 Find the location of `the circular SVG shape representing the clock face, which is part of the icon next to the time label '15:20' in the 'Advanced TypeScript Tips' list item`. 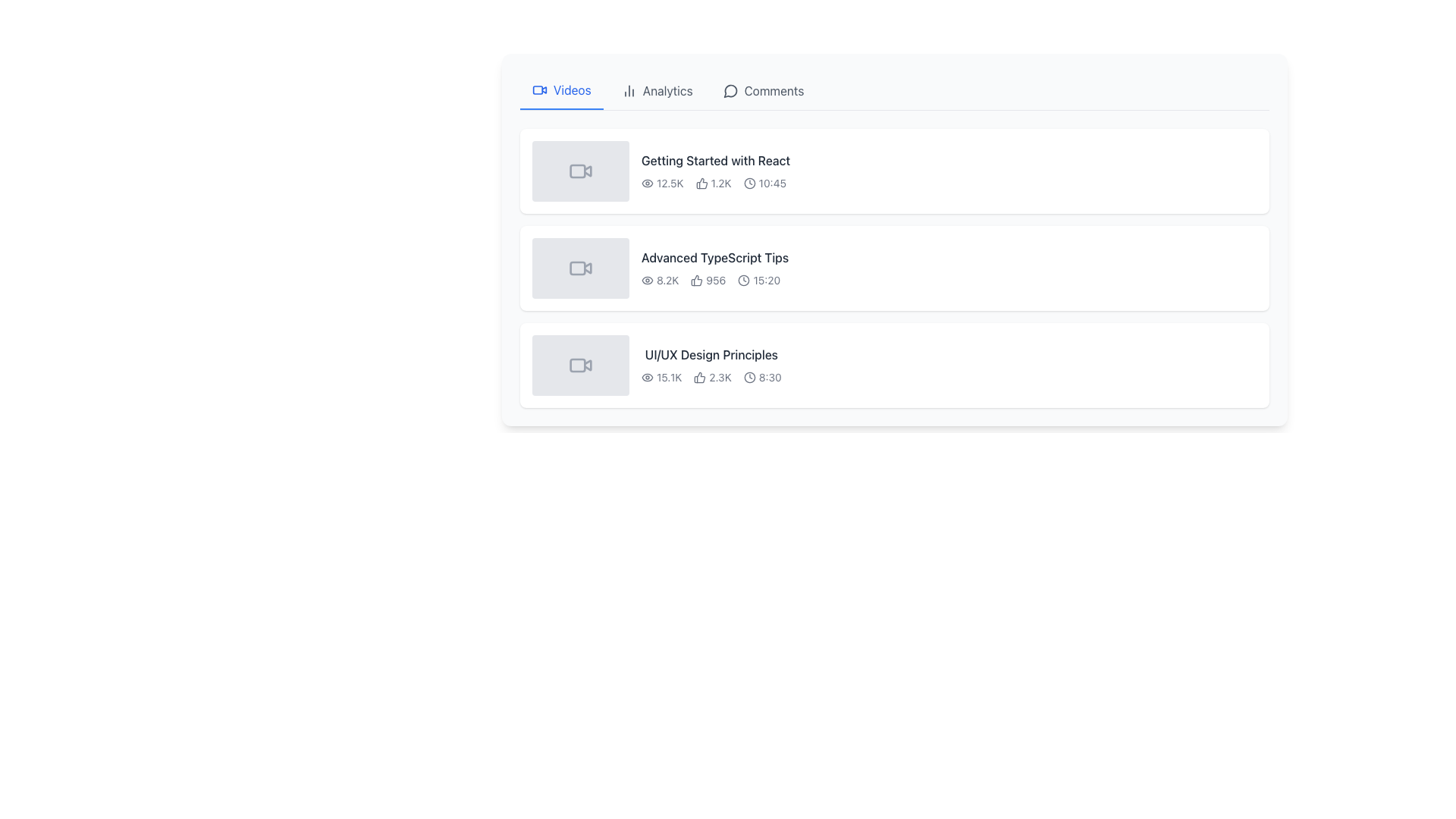

the circular SVG shape representing the clock face, which is part of the icon next to the time label '15:20' in the 'Advanced TypeScript Tips' list item is located at coordinates (744, 281).